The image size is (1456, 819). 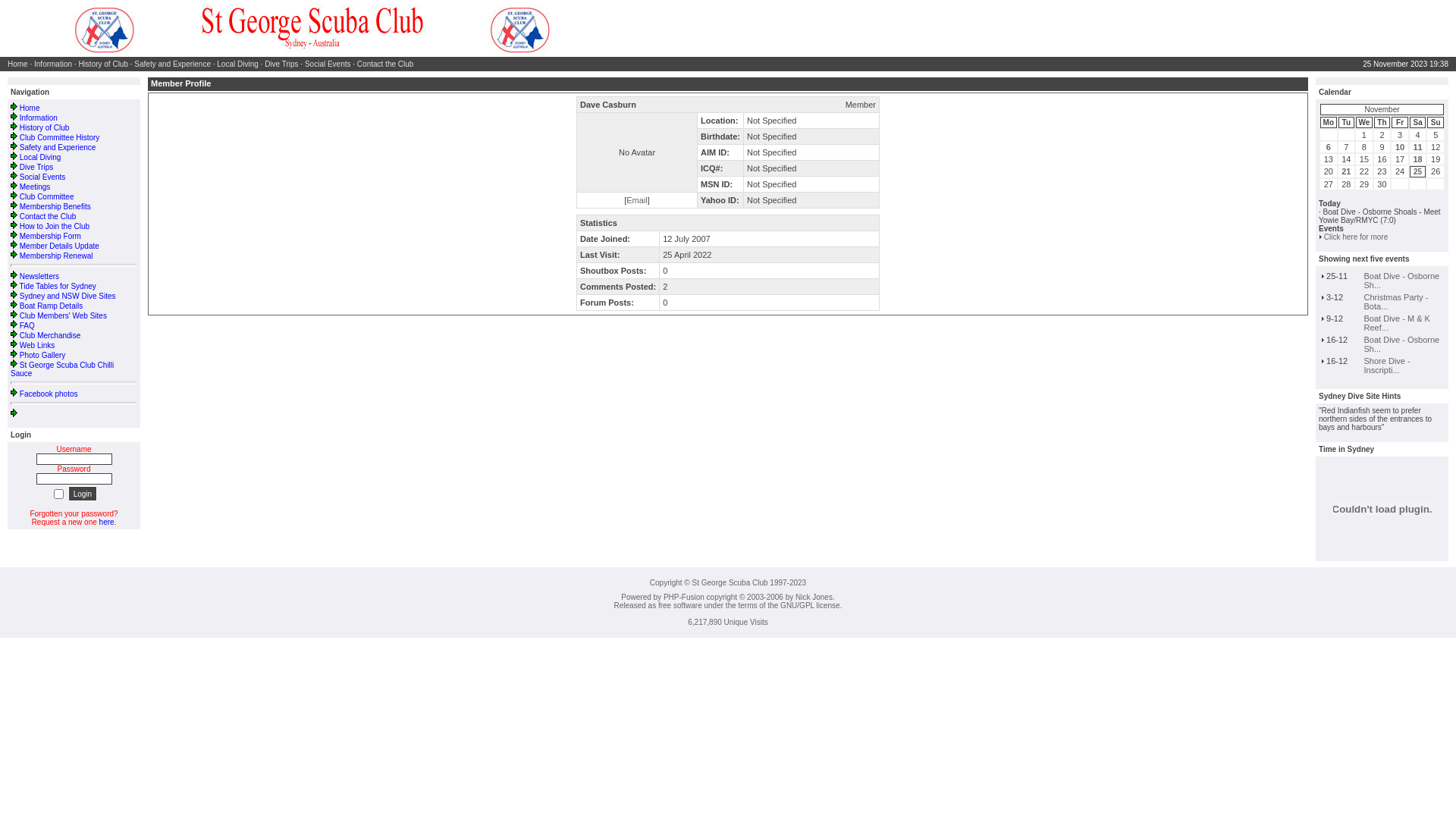 What do you see at coordinates (67, 296) in the screenshot?
I see `'Sydney and NSW Dive Sites'` at bounding box center [67, 296].